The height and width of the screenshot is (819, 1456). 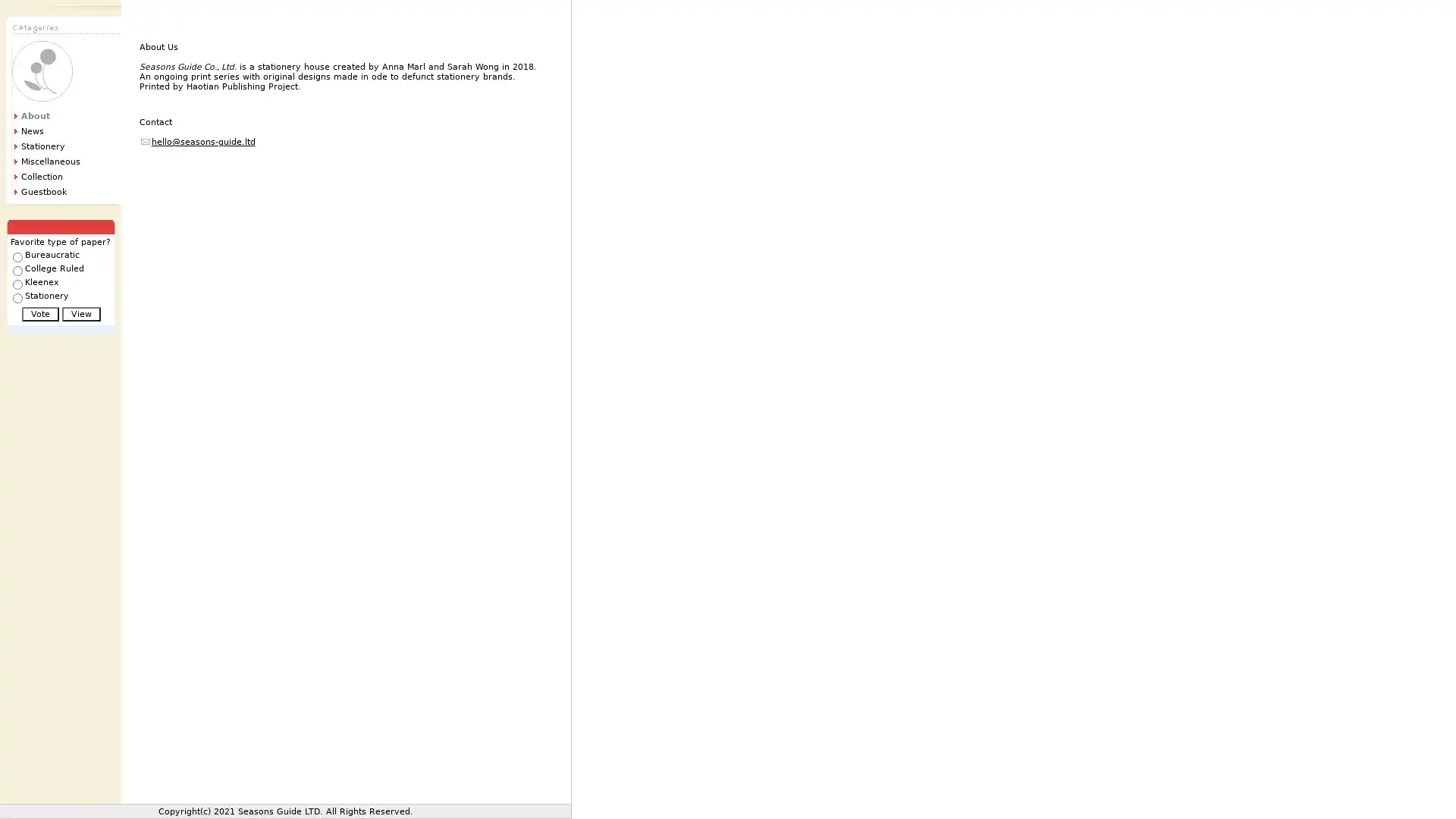 What do you see at coordinates (80, 313) in the screenshot?
I see `View` at bounding box center [80, 313].